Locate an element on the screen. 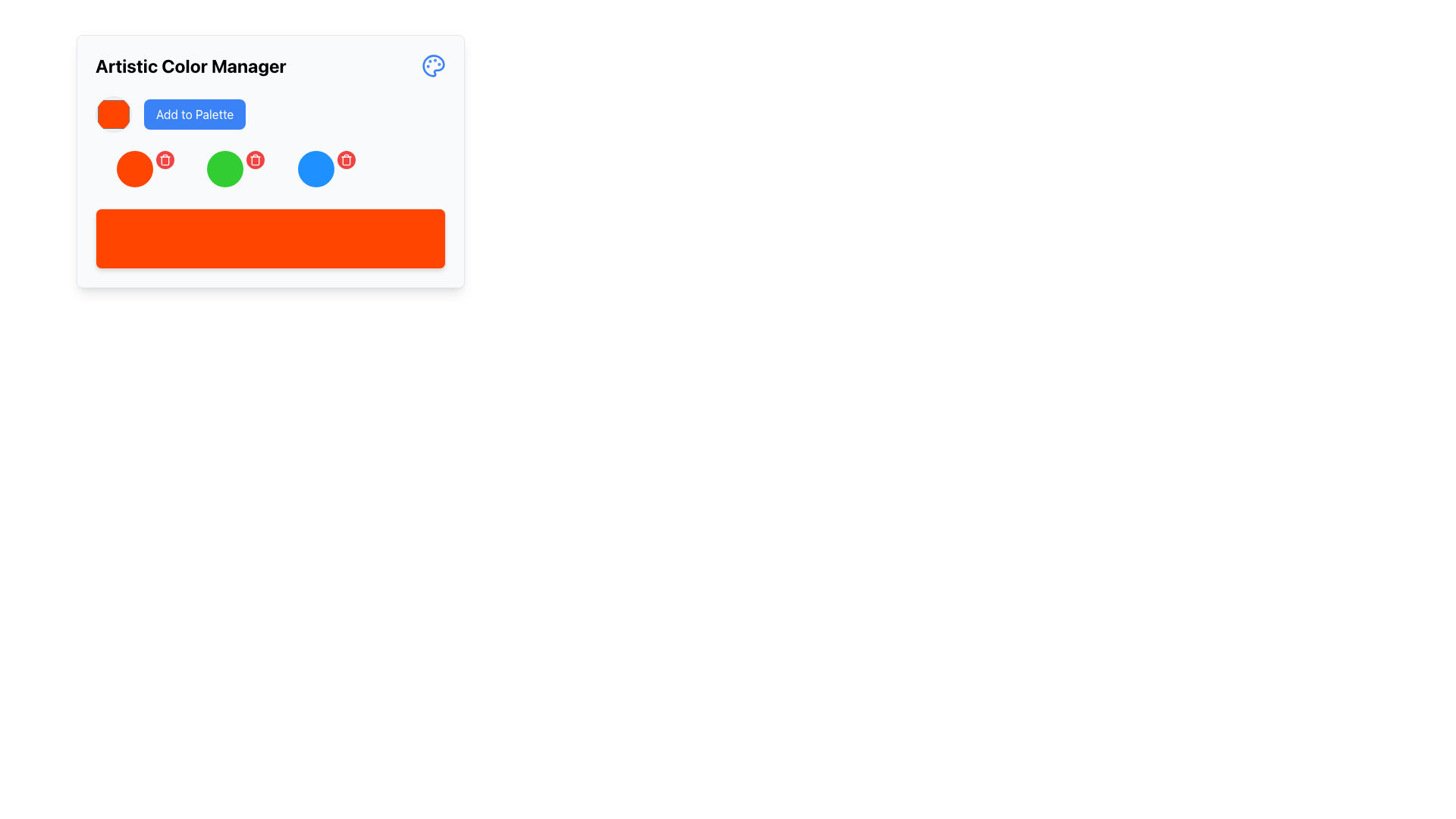  the red circular button with a white trash can icon located on the top-right edge of the blue circular icon in the 'Artistic Color Manager' module is located at coordinates (345, 160).